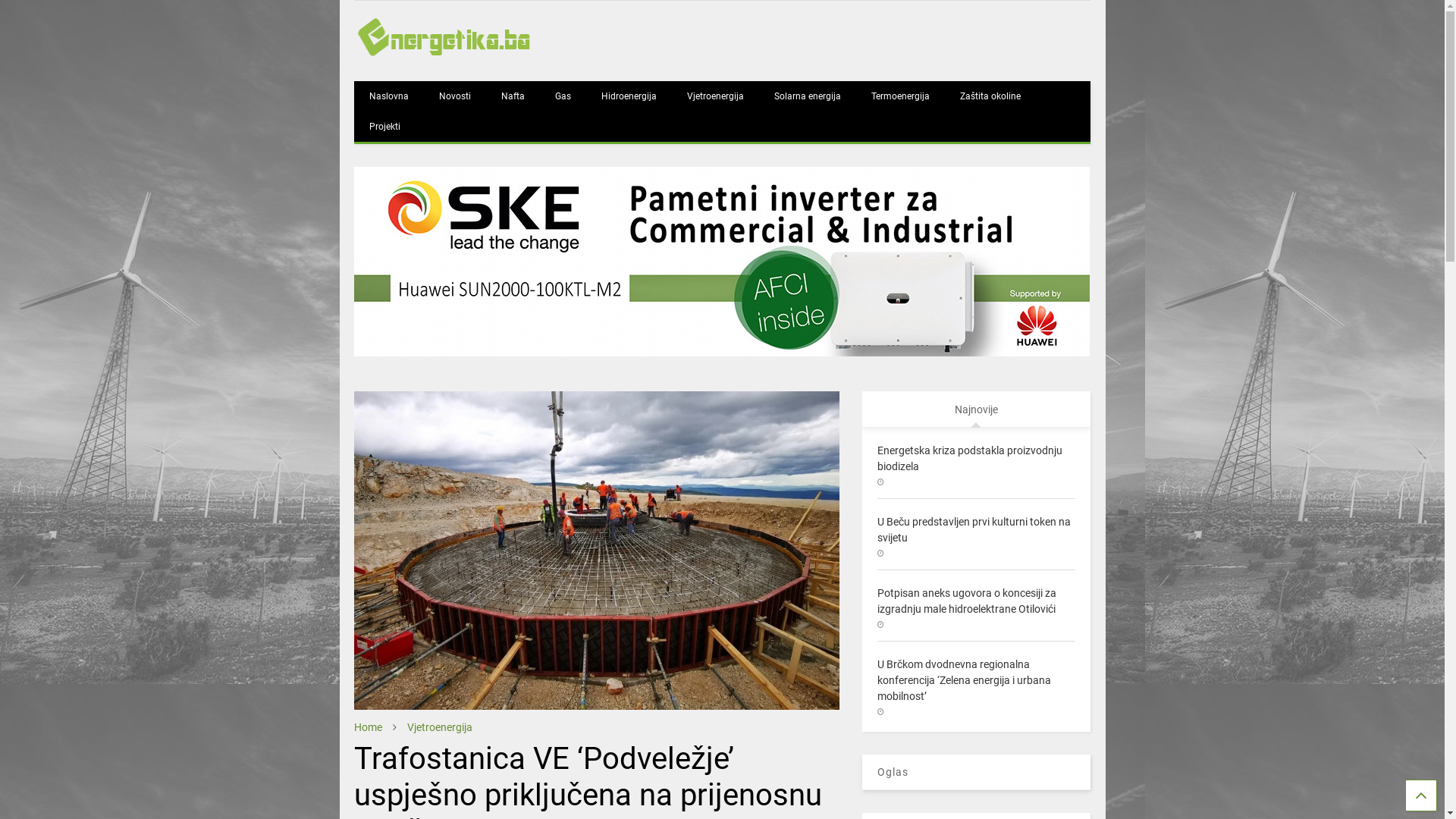 The height and width of the screenshot is (819, 1456). What do you see at coordinates (389, 96) in the screenshot?
I see `'Naslovna'` at bounding box center [389, 96].